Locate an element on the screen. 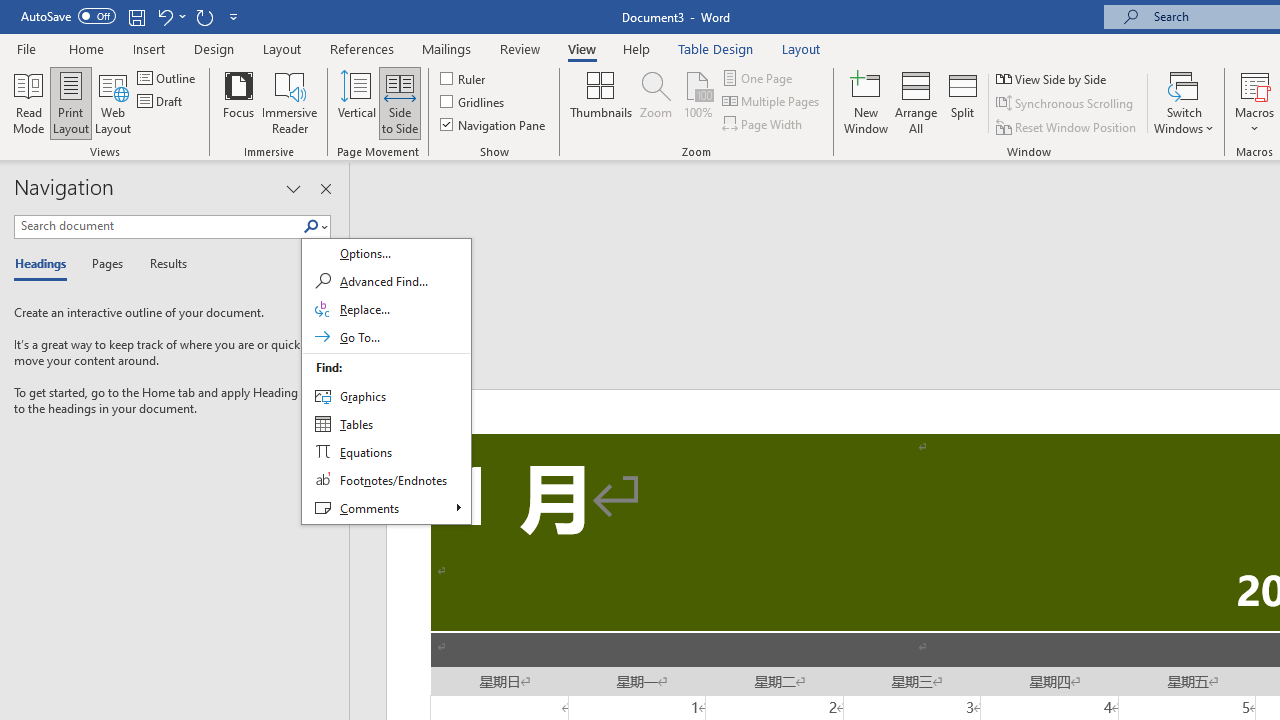 The image size is (1280, 720). 'Help' is located at coordinates (636, 48).